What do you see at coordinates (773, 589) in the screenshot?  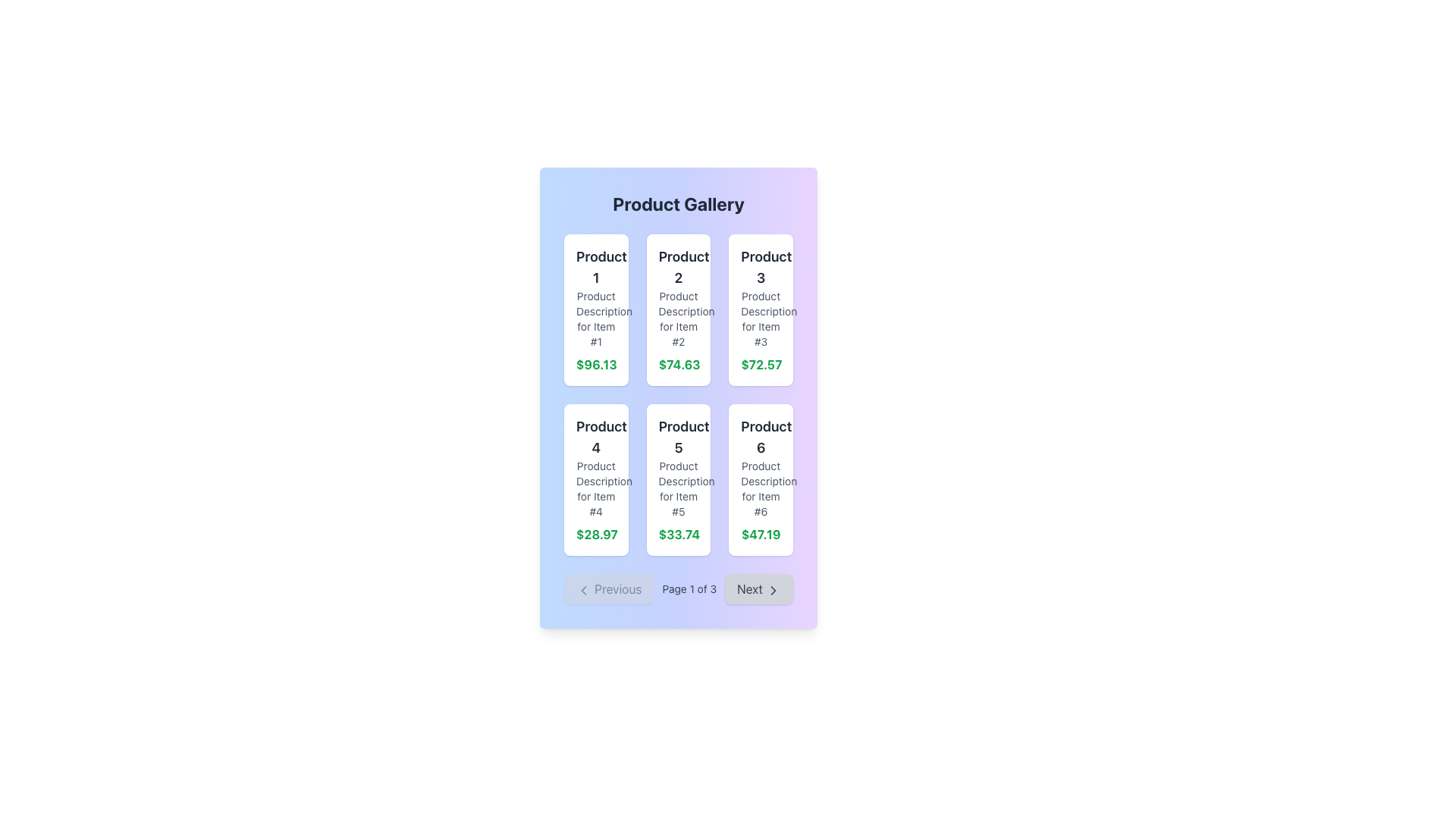 I see `the navigation icon located inside the 'Next' button at the bottom-right area of the interface` at bounding box center [773, 589].